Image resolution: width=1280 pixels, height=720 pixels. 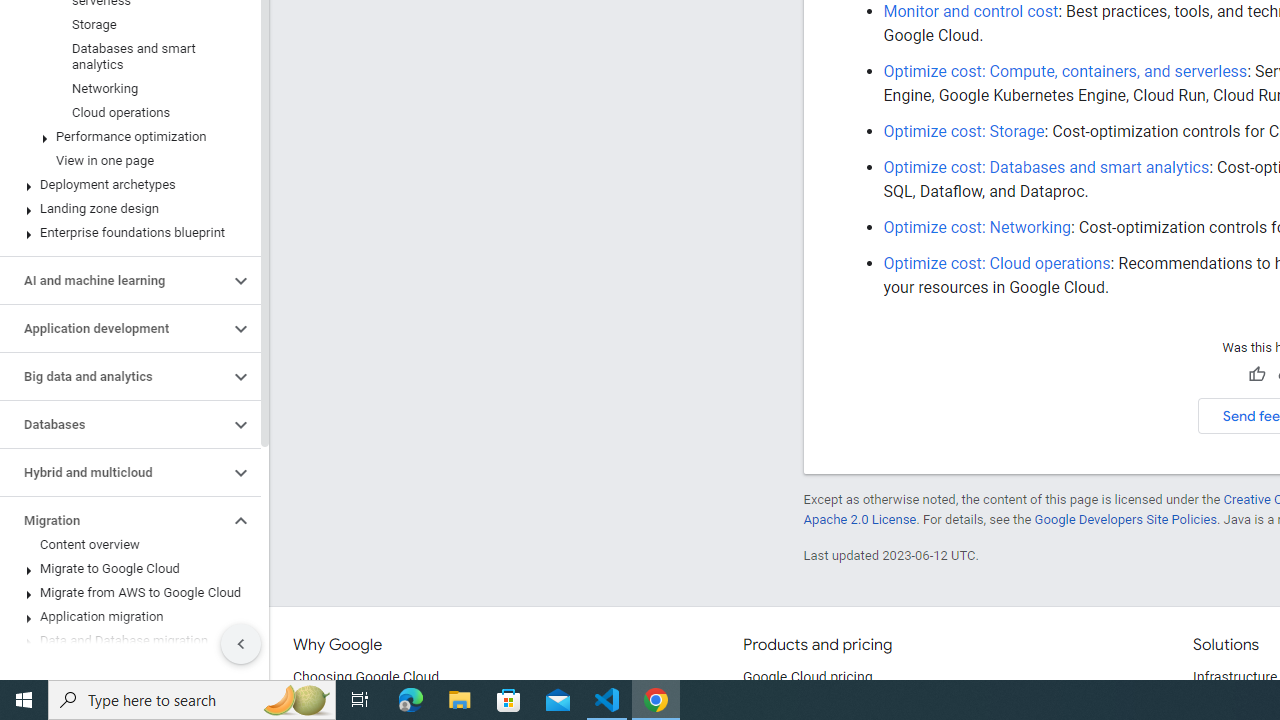 What do you see at coordinates (963, 131) in the screenshot?
I see `'Optimize cost: Storage'` at bounding box center [963, 131].